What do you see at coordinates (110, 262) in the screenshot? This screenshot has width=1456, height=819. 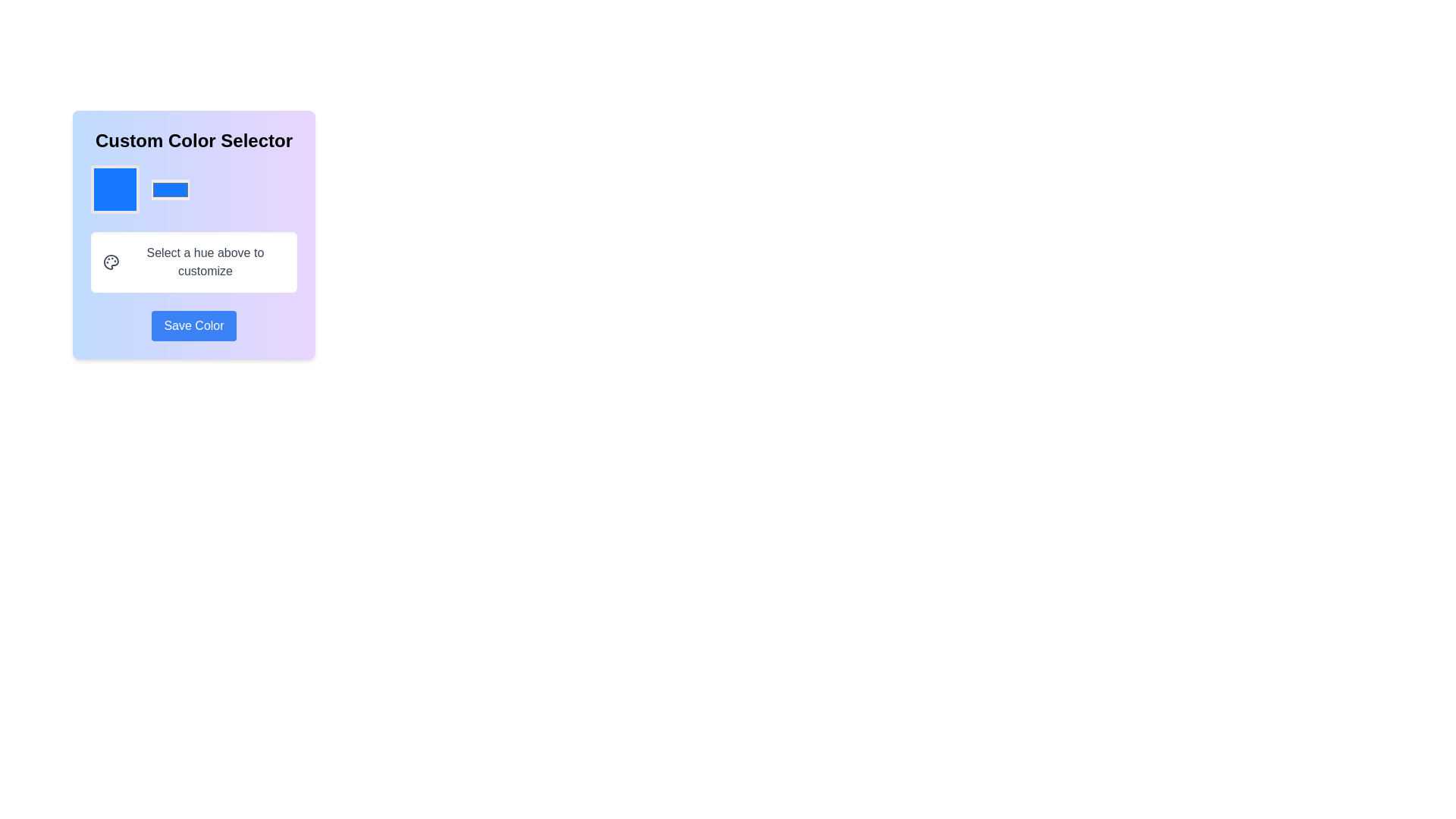 I see `the decorative icon in the 'Custom Color Selector' interface, located to the right of a solid square color block and above the text input area` at bounding box center [110, 262].